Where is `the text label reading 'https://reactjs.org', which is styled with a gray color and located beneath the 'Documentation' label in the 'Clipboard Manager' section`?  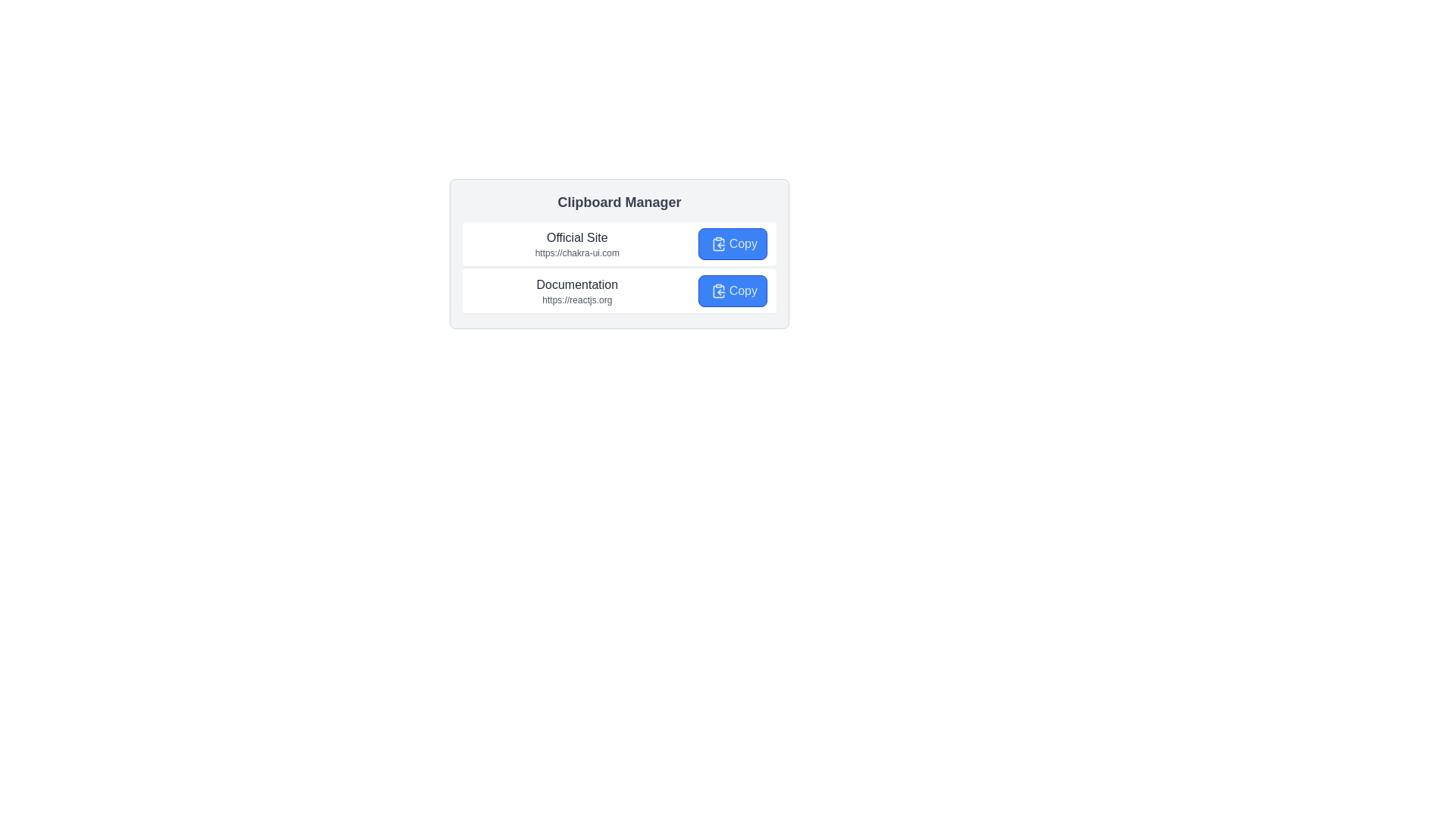 the text label reading 'https://reactjs.org', which is styled with a gray color and located beneath the 'Documentation' label in the 'Clipboard Manager' section is located at coordinates (576, 300).